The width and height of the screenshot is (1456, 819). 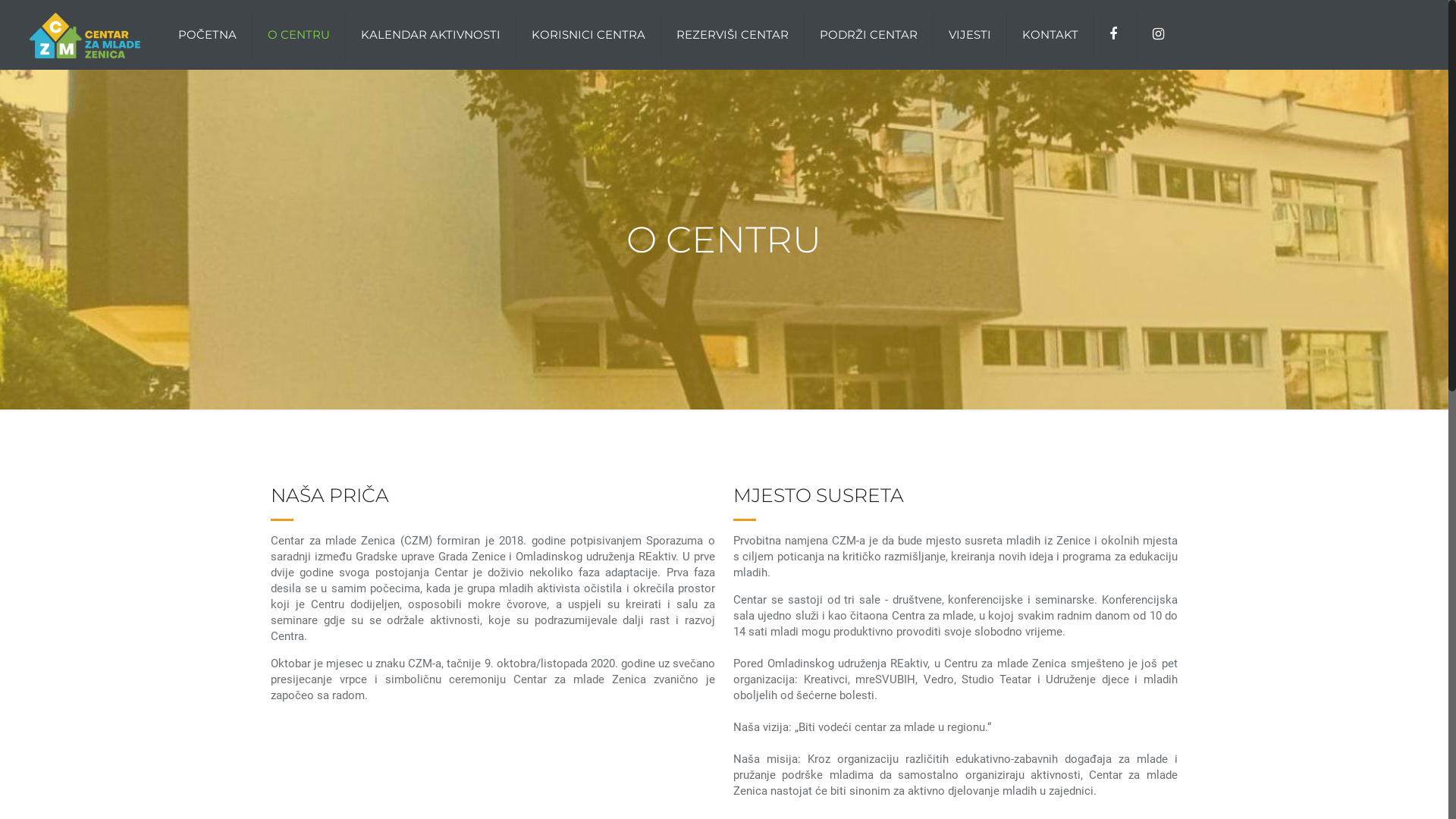 I want to click on 'KALENDAR AKTIVNOSTI', so click(x=430, y=34).